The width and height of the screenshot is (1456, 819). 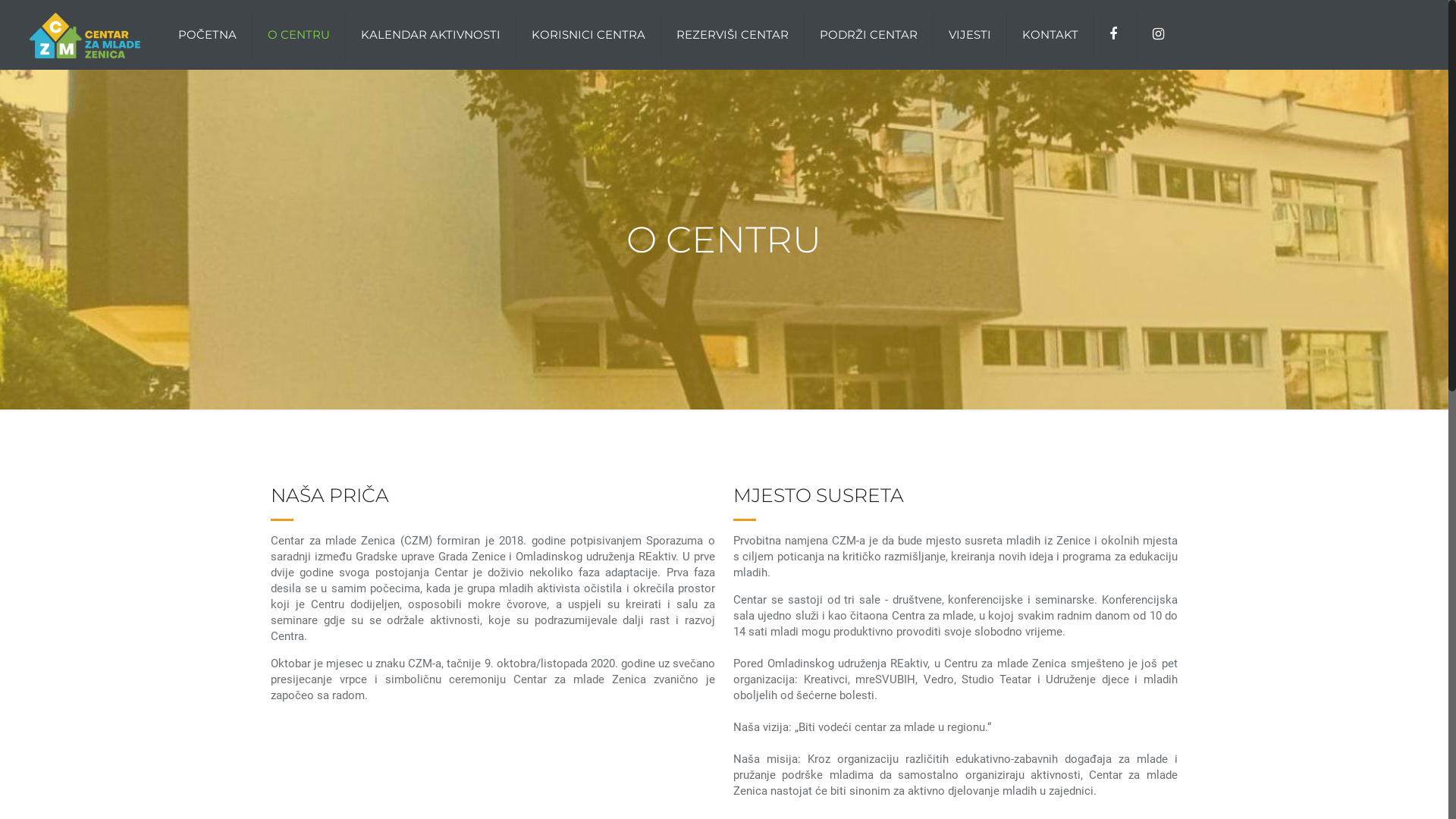 I want to click on 'KALENDAR AKTIVNOSTI', so click(x=430, y=34).